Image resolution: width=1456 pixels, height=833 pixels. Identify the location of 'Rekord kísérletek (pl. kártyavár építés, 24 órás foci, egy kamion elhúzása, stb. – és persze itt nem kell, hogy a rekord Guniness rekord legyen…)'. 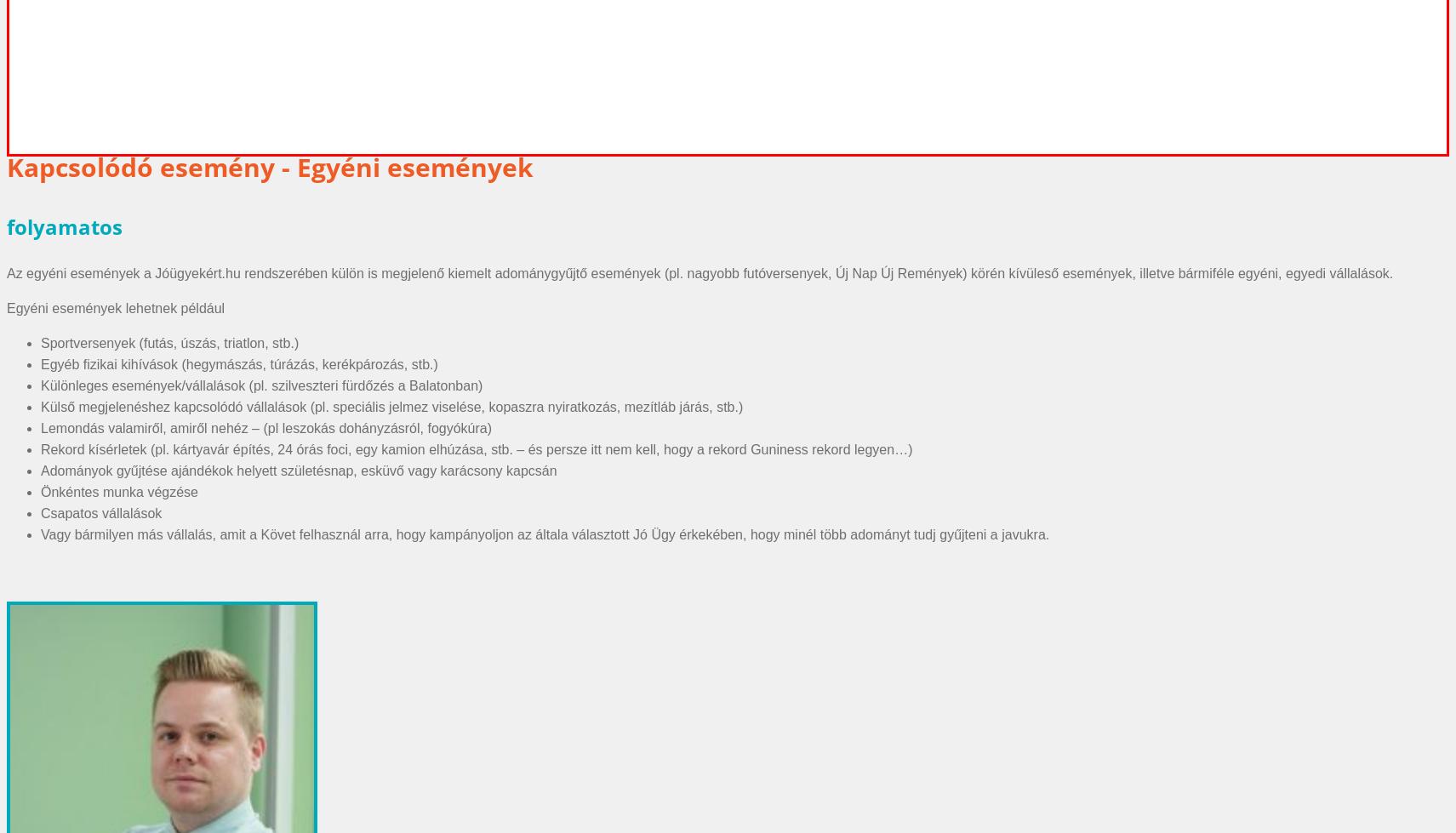
(40, 448).